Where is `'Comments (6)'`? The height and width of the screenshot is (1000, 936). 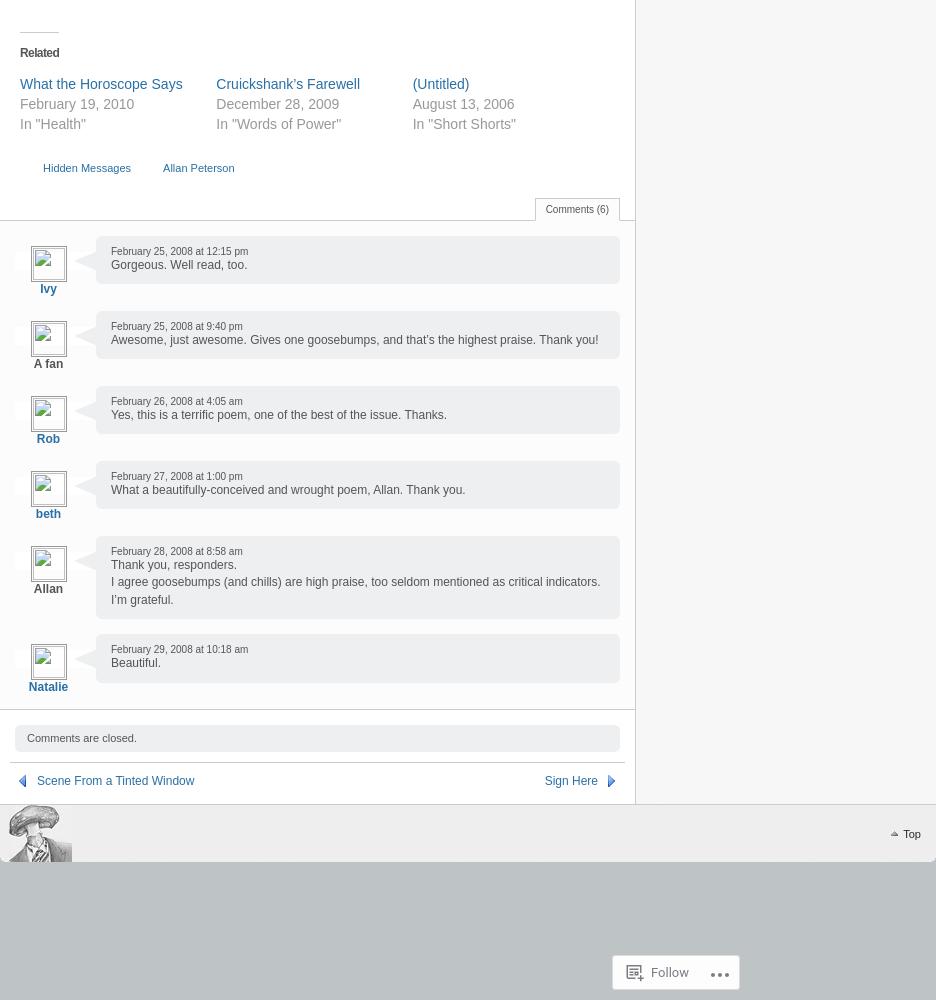
'Comments (6)' is located at coordinates (576, 207).